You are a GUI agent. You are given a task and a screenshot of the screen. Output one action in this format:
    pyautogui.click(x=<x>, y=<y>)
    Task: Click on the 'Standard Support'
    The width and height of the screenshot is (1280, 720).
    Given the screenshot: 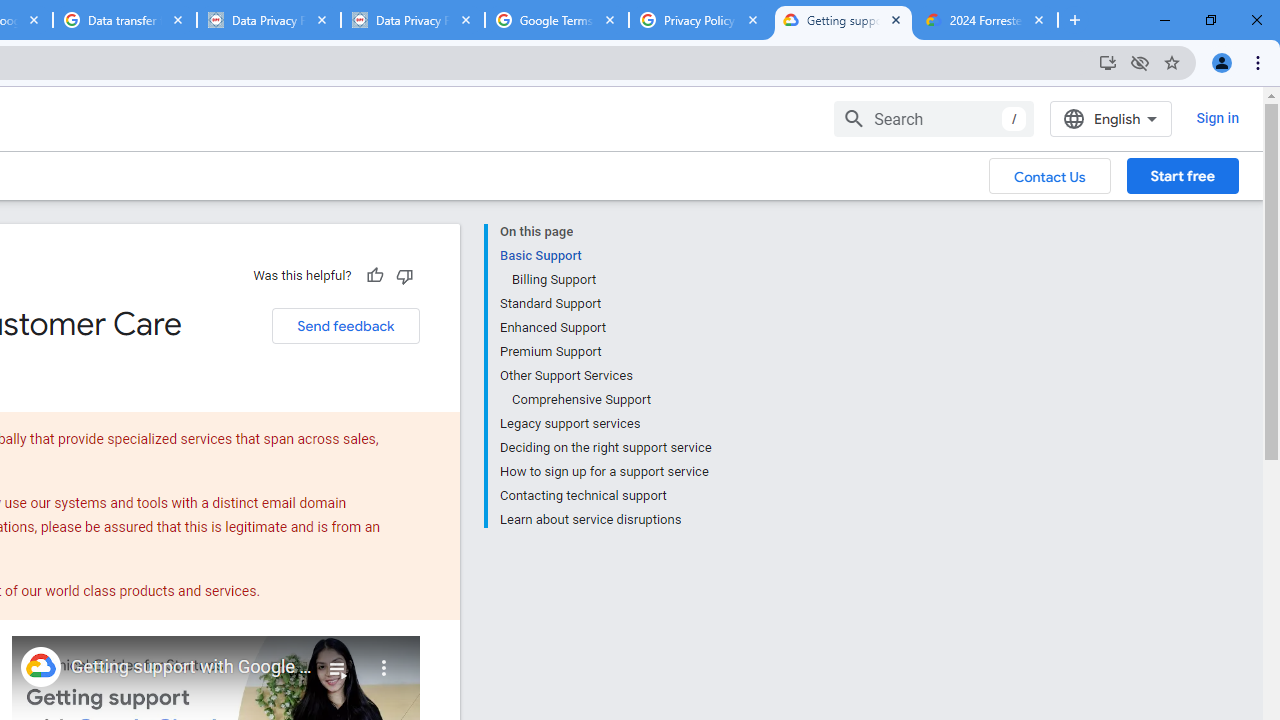 What is the action you would take?
    pyautogui.click(x=604, y=304)
    